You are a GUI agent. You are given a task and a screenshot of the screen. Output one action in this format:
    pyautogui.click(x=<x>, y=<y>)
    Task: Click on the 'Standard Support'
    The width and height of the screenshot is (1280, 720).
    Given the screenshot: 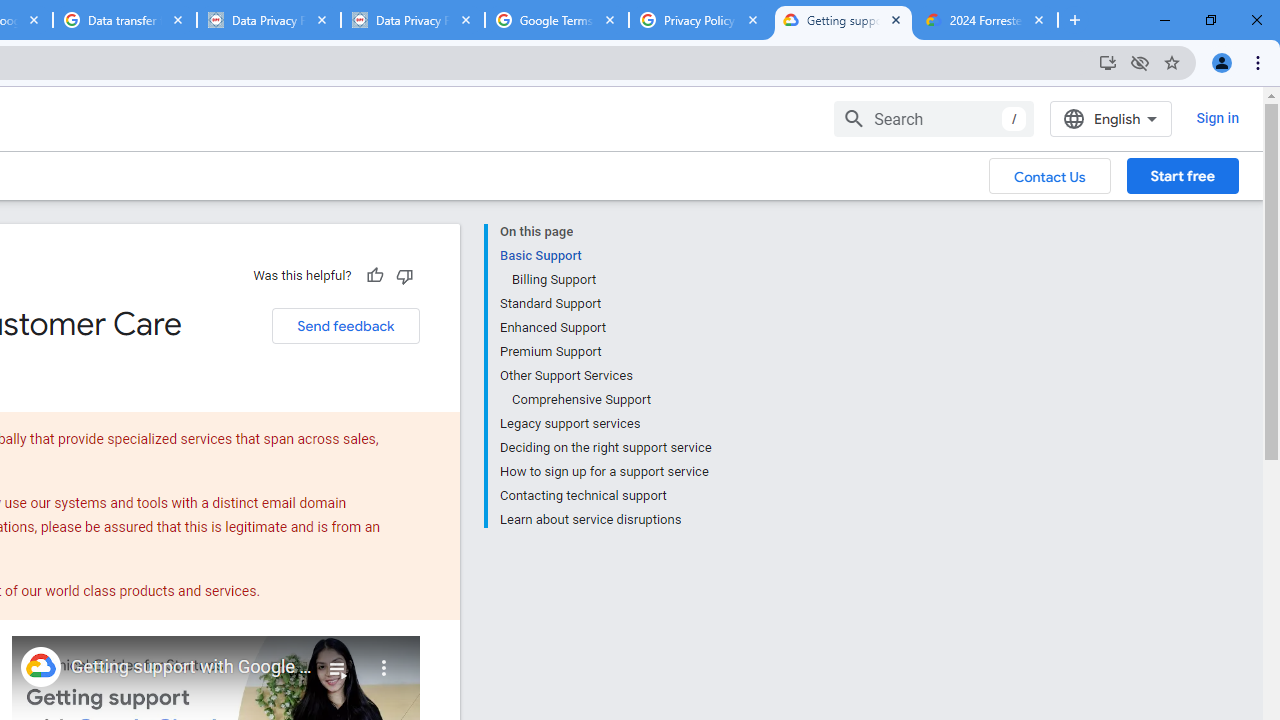 What is the action you would take?
    pyautogui.click(x=604, y=304)
    